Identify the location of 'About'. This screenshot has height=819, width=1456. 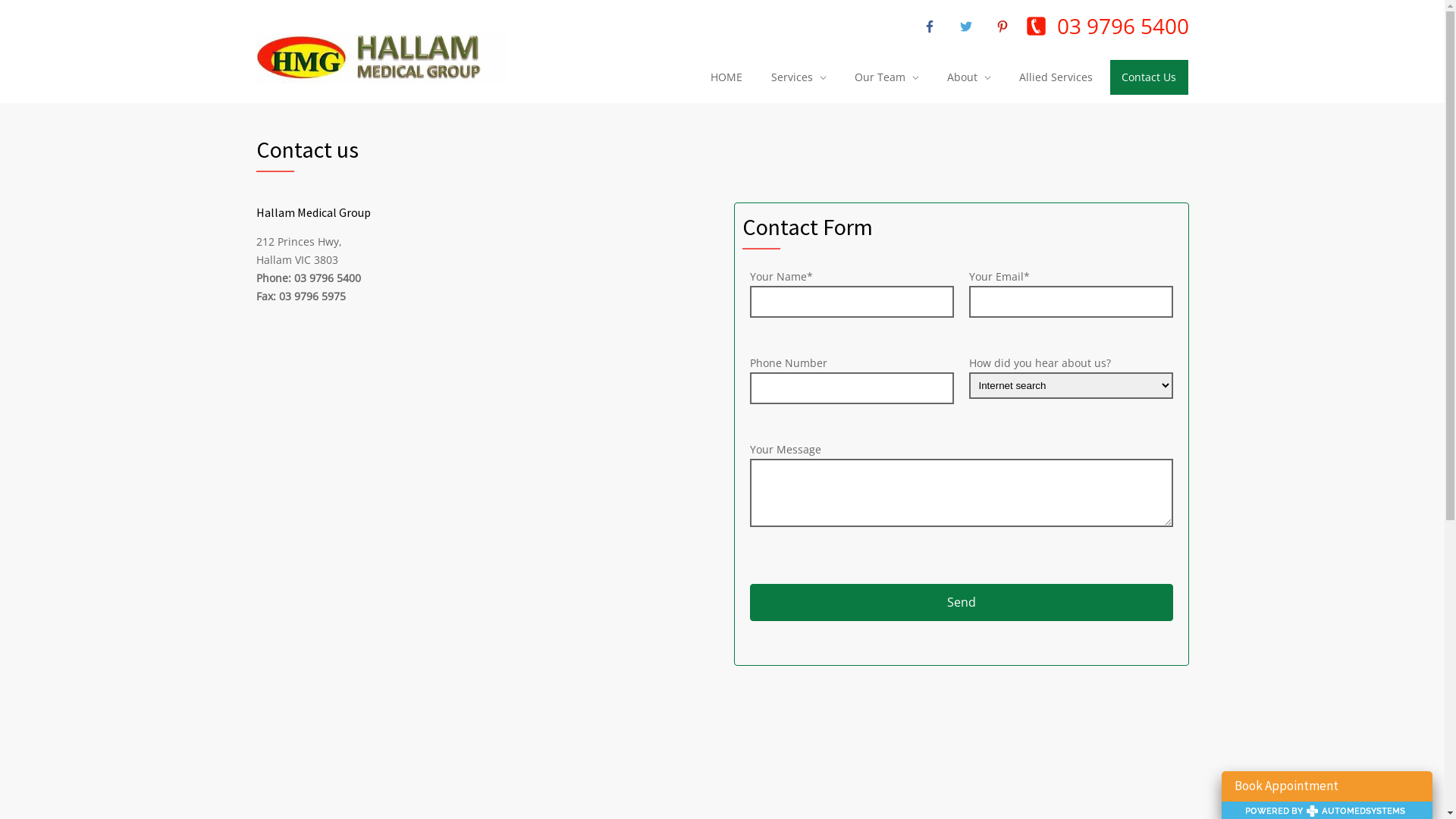
(934, 77).